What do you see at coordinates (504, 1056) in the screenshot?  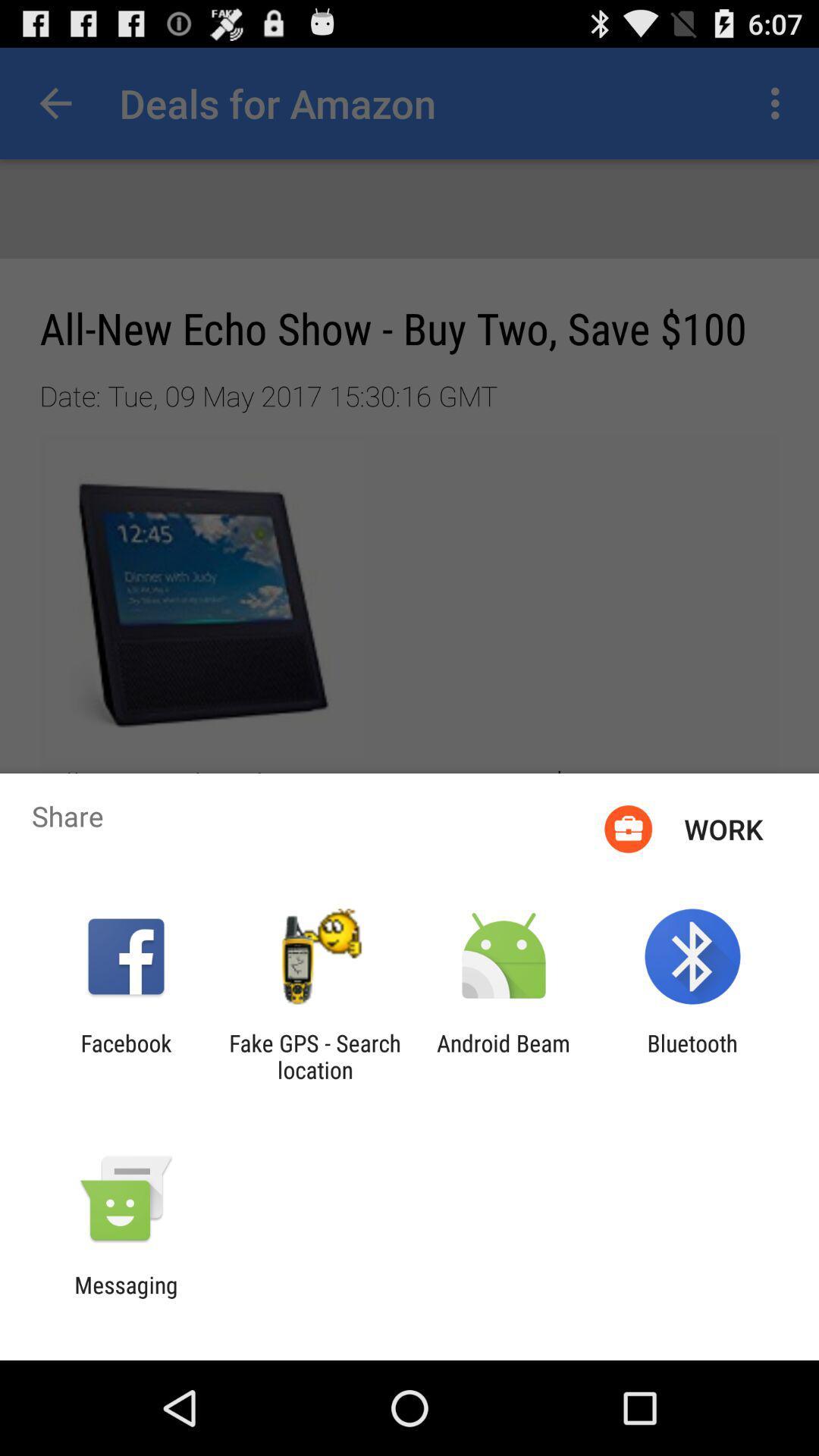 I see `the android beam app` at bounding box center [504, 1056].